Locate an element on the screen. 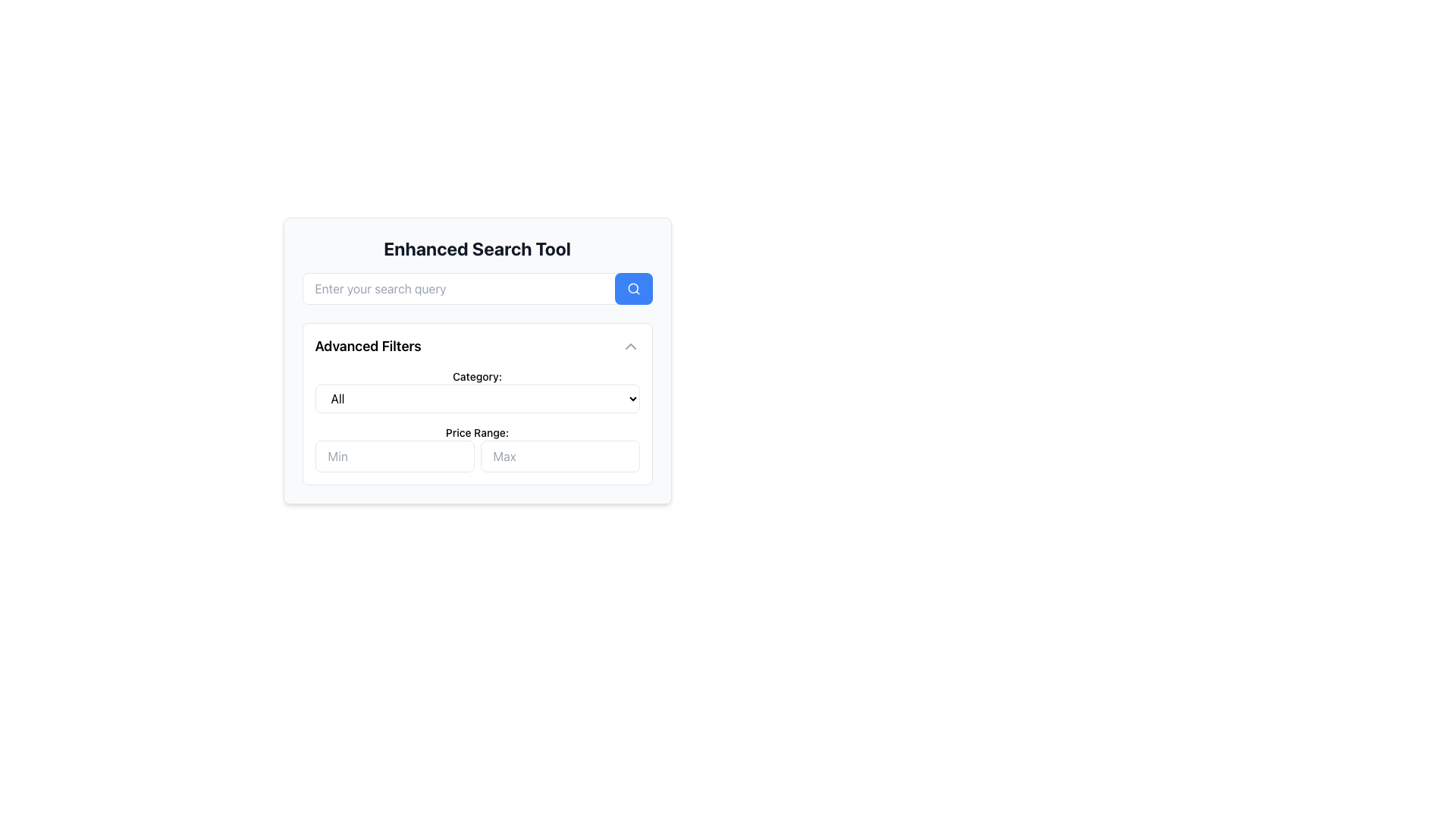 The height and width of the screenshot is (819, 1456). the Dropdown menu located under the 'Category:' label in the 'Advanced Filters' section is located at coordinates (476, 391).